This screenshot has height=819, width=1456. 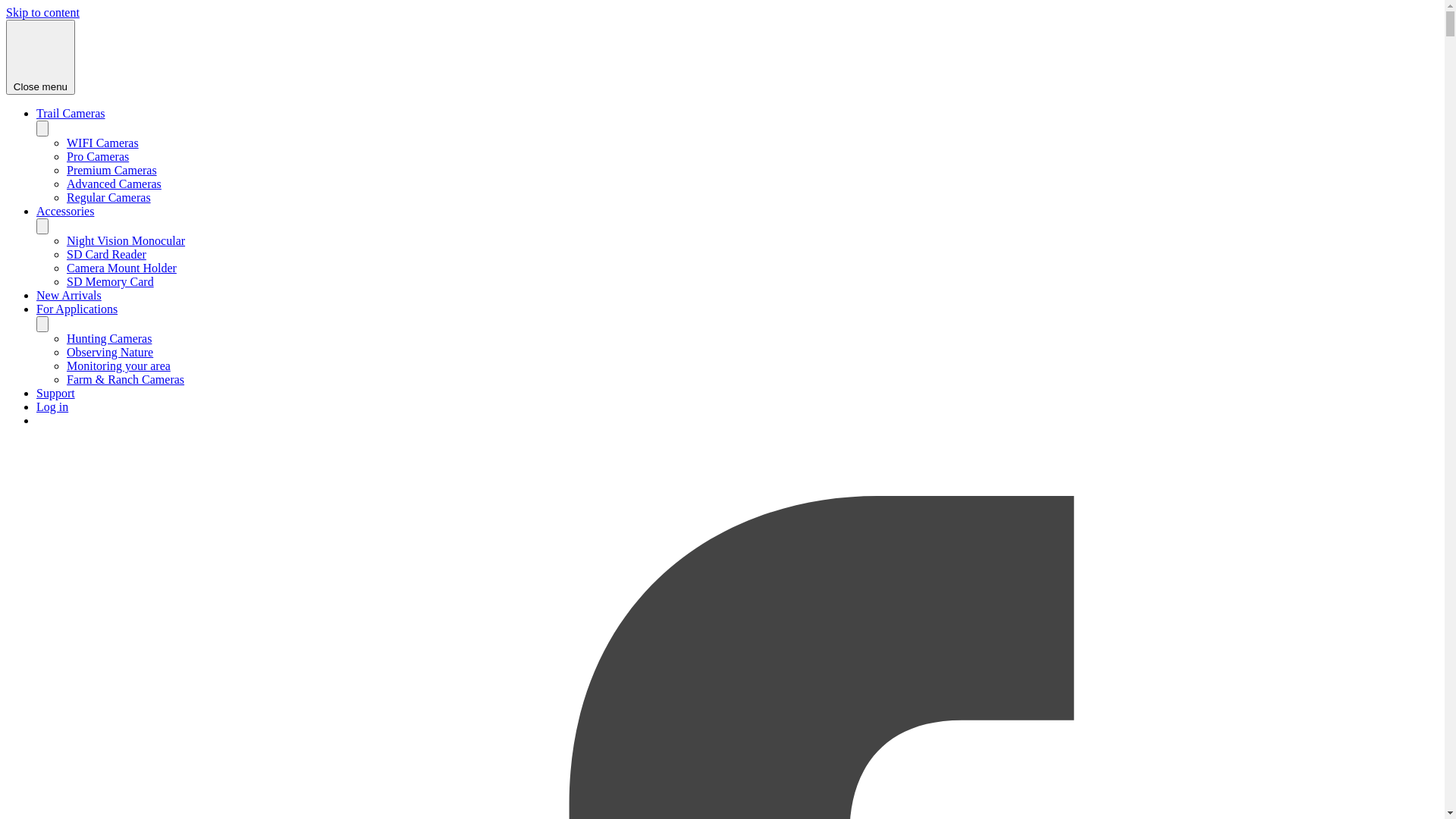 What do you see at coordinates (108, 337) in the screenshot?
I see `'Hunting Cameras'` at bounding box center [108, 337].